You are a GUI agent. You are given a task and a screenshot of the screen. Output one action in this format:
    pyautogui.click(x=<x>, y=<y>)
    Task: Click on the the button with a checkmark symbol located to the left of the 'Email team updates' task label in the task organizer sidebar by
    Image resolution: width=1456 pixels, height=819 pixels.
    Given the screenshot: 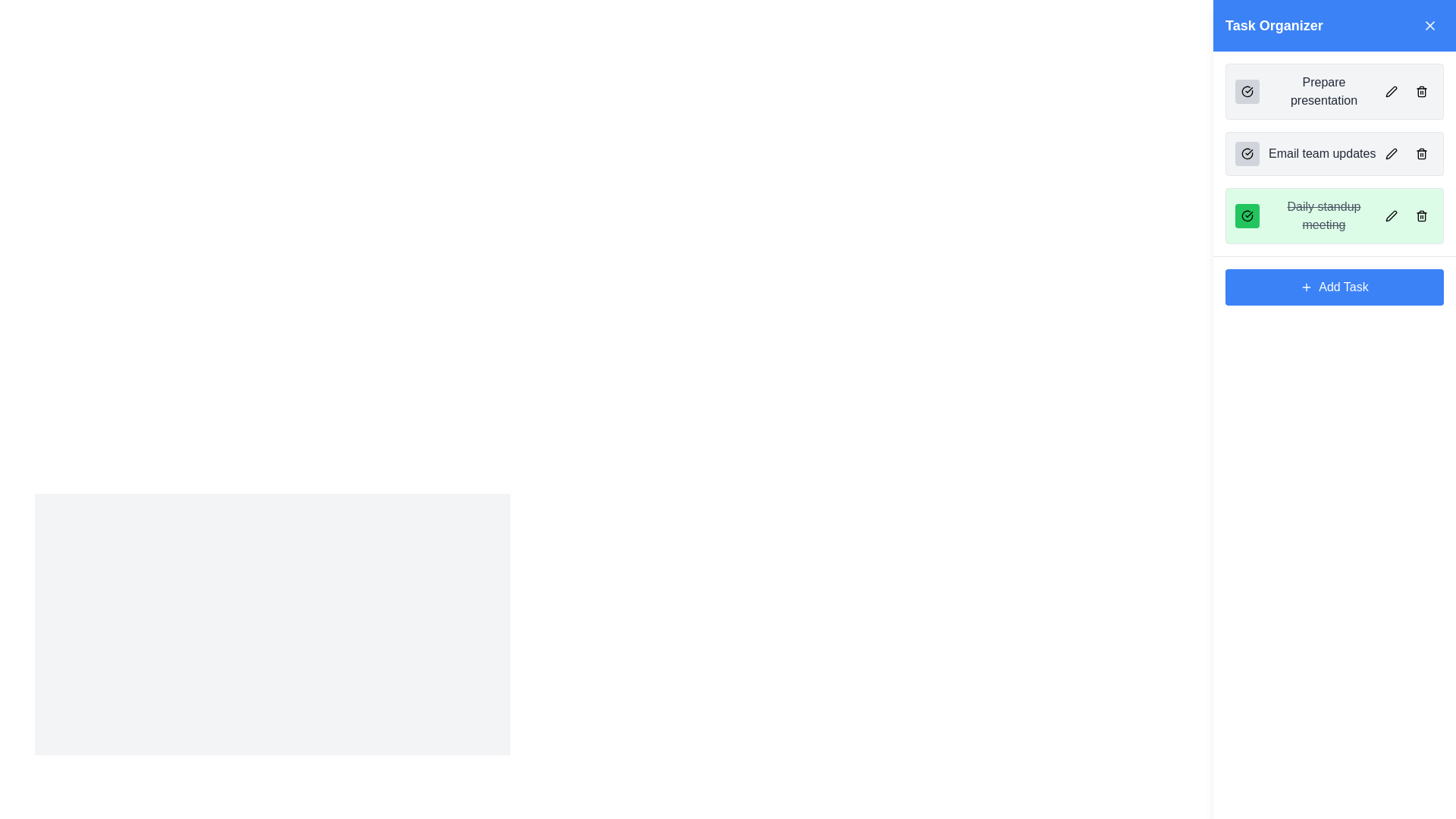 What is the action you would take?
    pyautogui.click(x=1247, y=154)
    